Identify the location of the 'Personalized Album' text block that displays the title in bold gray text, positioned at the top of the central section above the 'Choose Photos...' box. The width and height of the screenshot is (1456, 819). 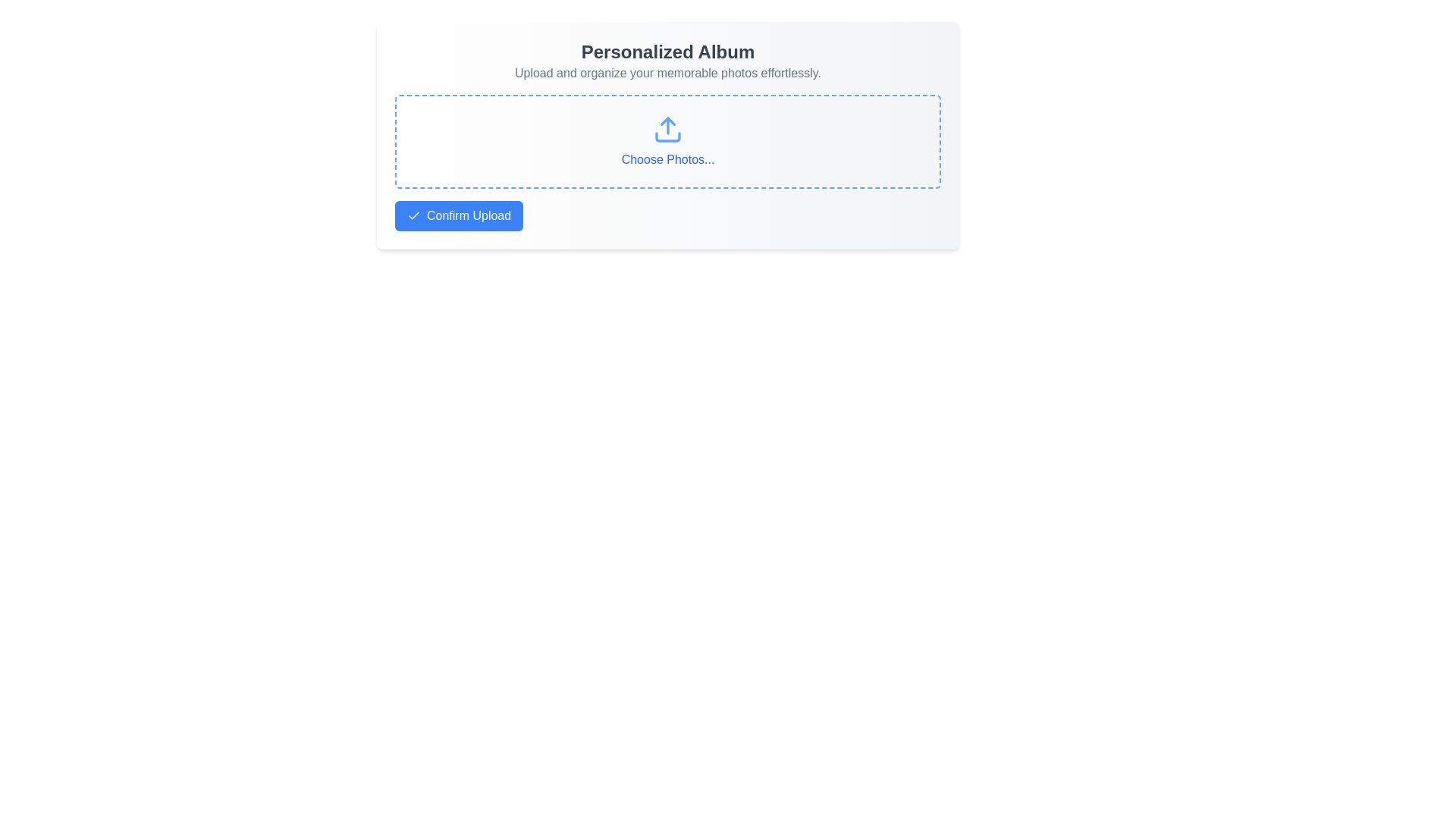
(667, 61).